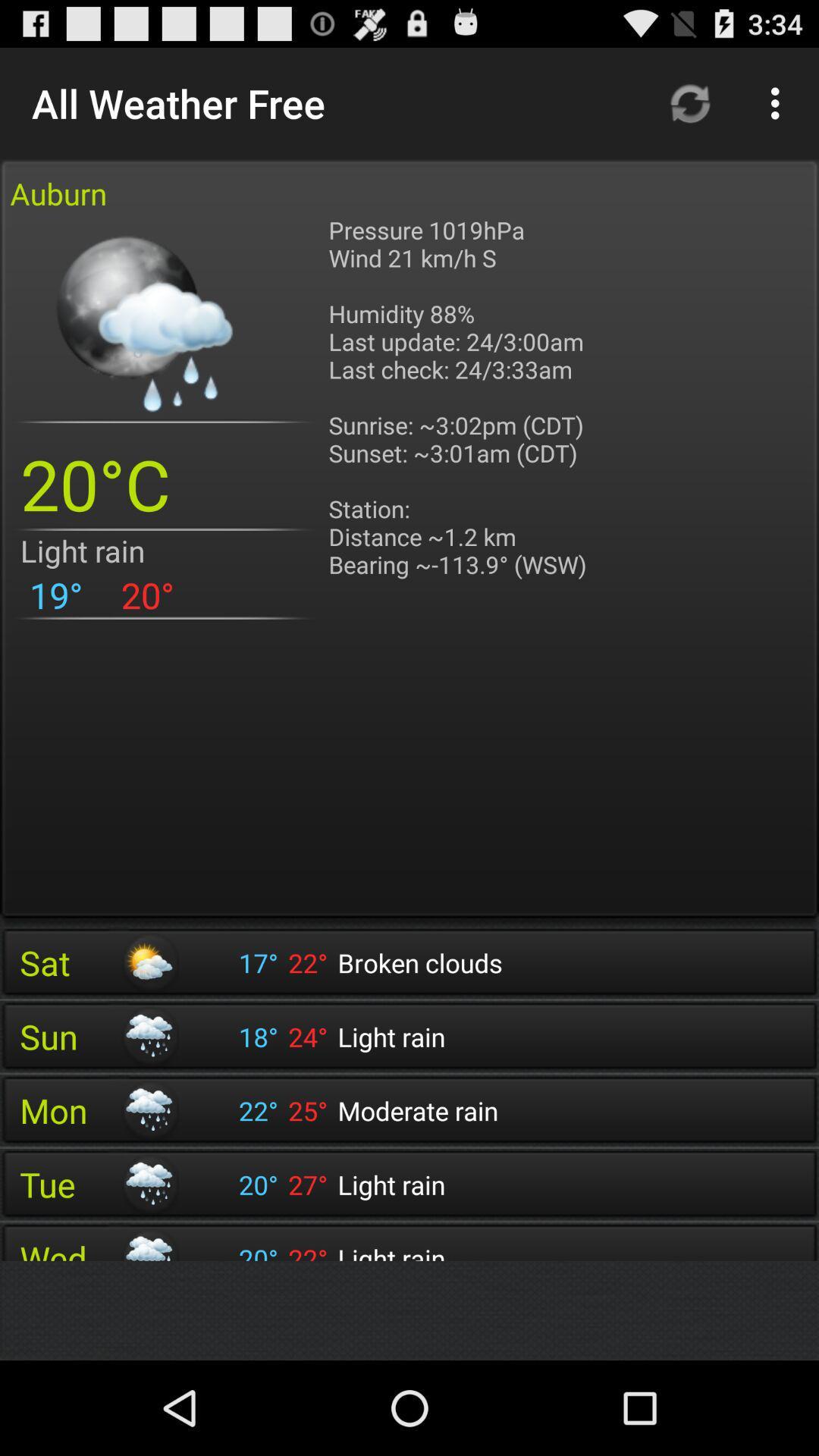 This screenshot has height=1456, width=819. Describe the element at coordinates (149, 1110) in the screenshot. I see `the icon next to mon` at that location.